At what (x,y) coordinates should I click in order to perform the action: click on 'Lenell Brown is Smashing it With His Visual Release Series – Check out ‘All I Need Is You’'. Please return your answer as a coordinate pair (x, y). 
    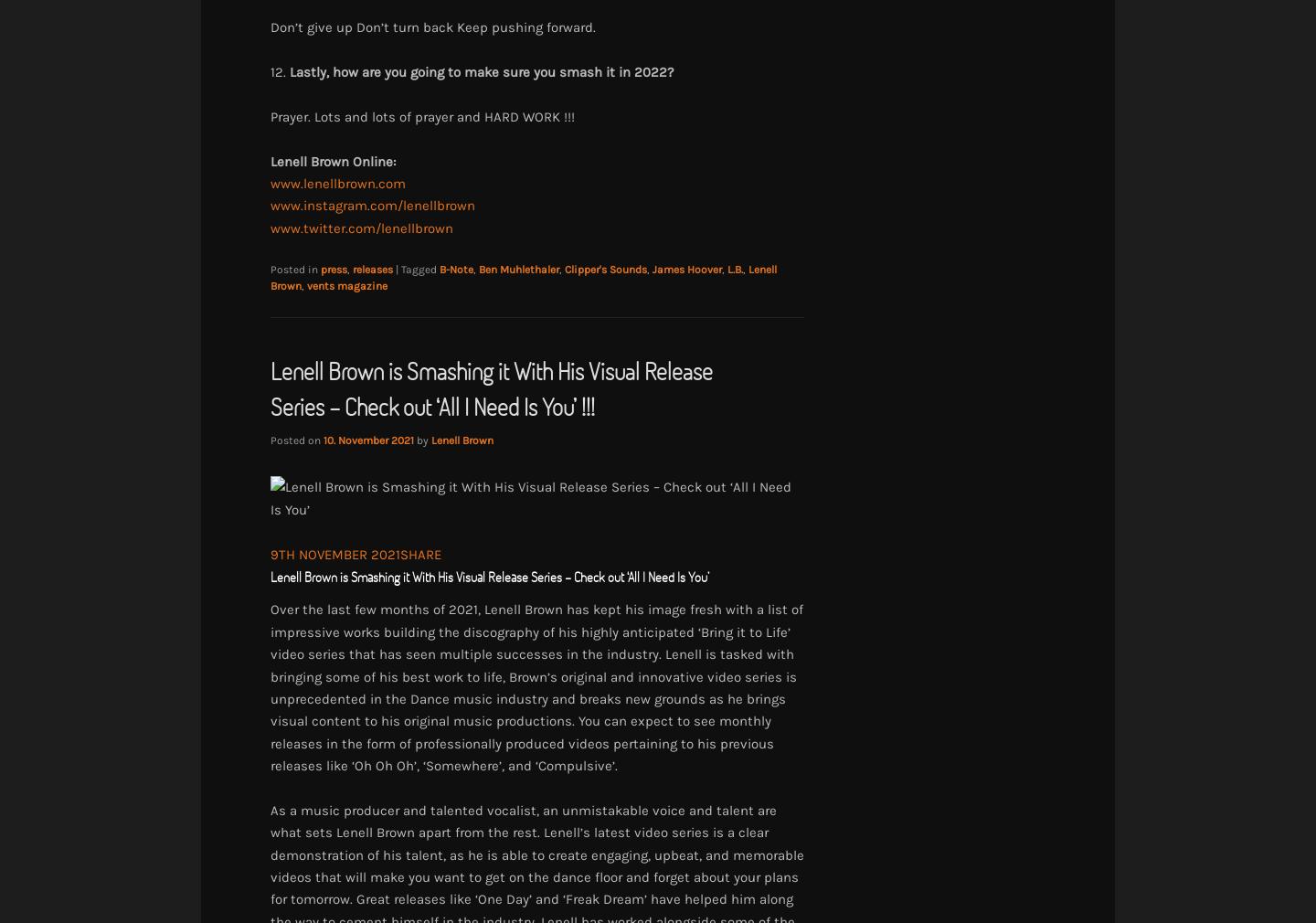
    Looking at the image, I should click on (488, 575).